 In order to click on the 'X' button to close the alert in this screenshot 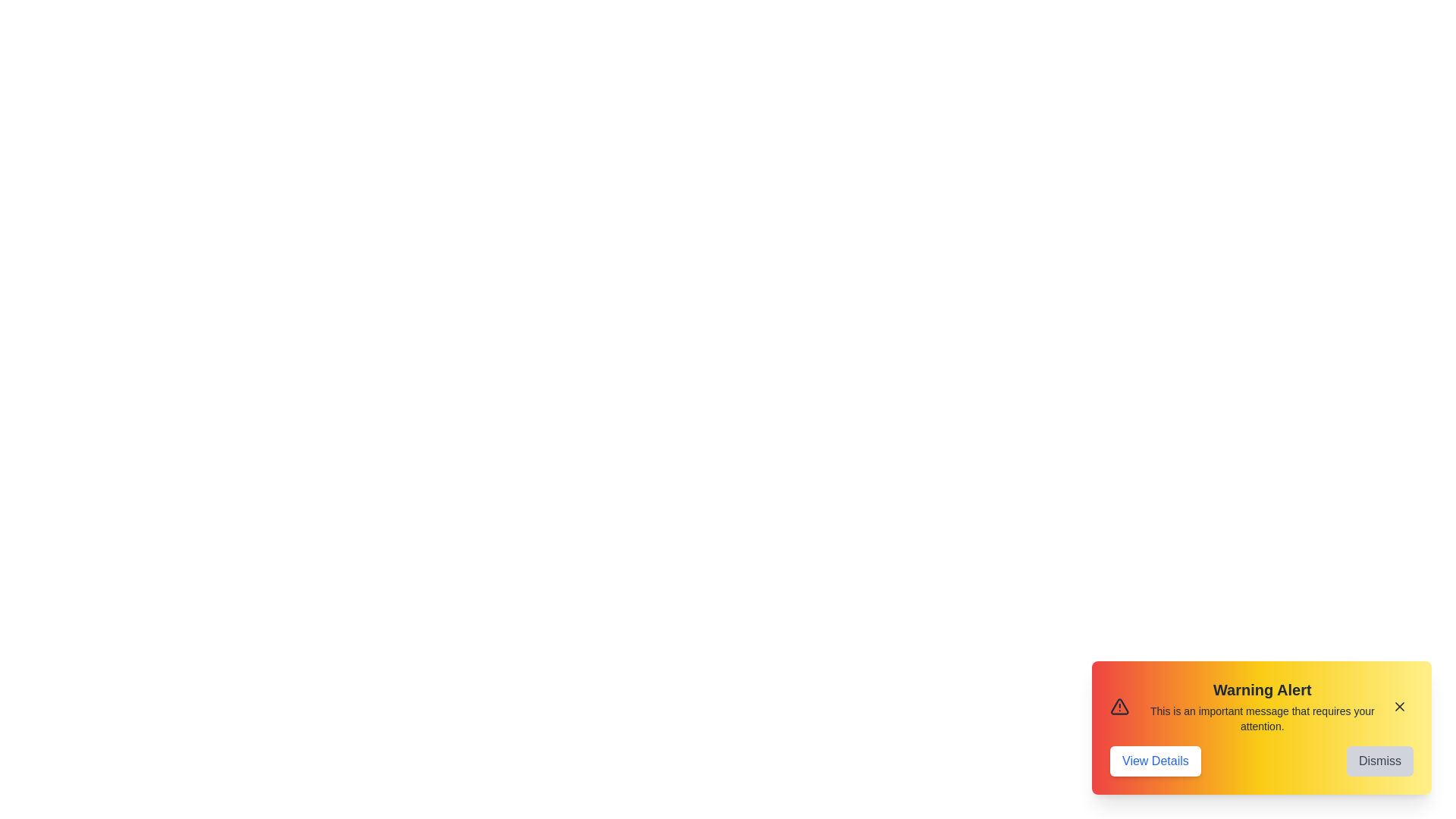, I will do `click(1399, 707)`.